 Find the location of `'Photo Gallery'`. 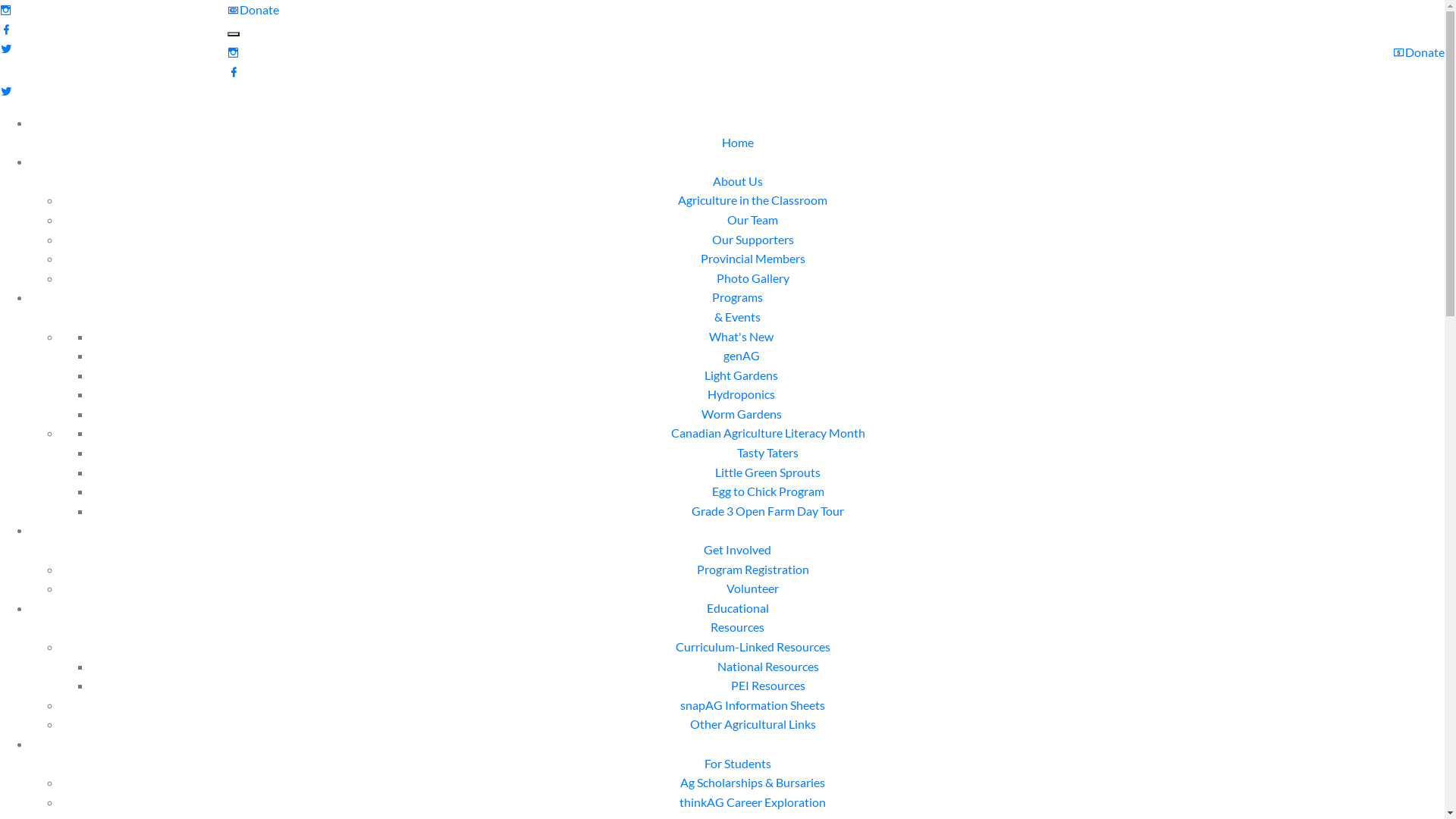

'Photo Gallery' is located at coordinates (752, 278).